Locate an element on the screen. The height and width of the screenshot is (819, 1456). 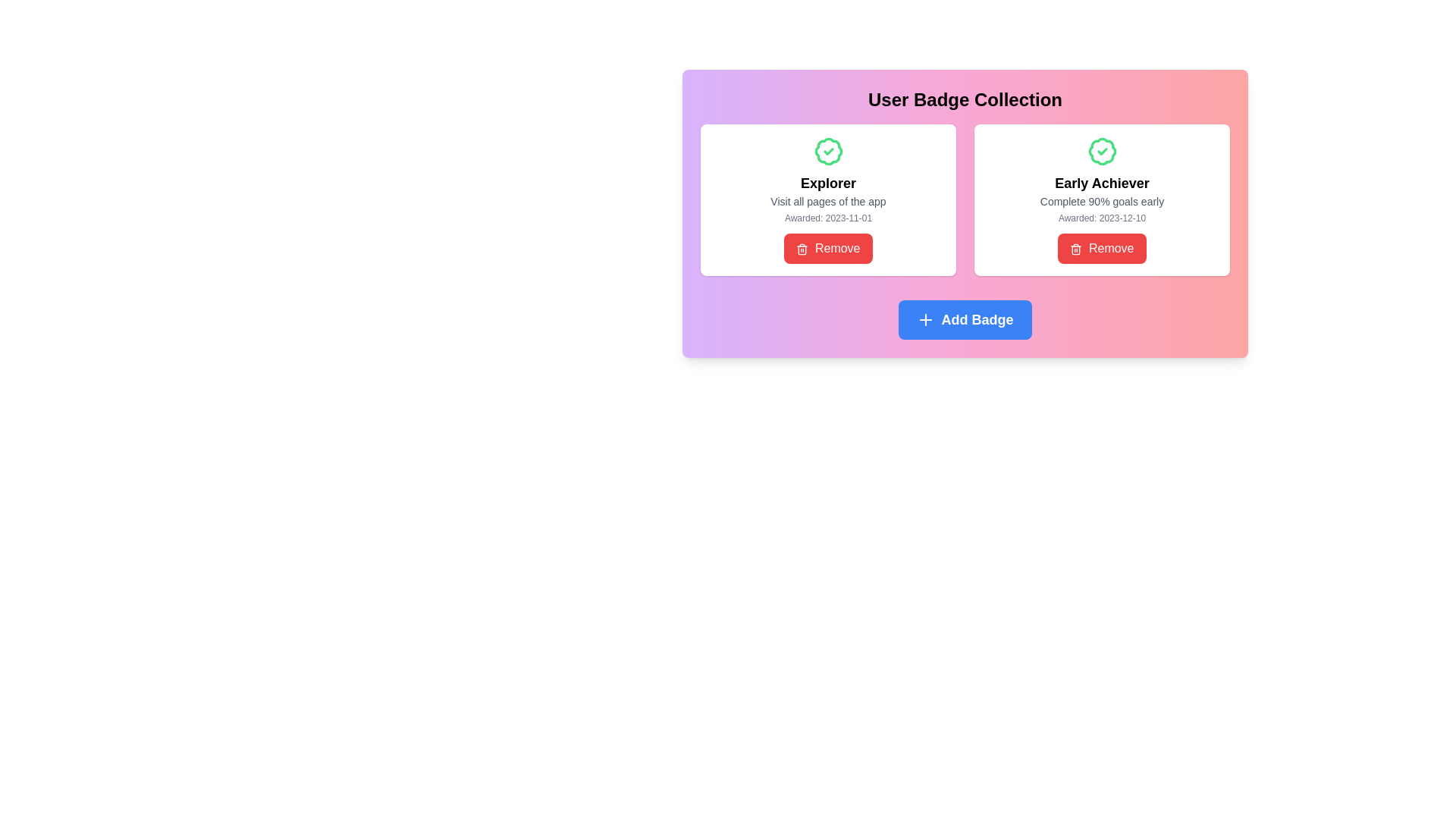
the text label that provides a brief description or subtitle related to the Explorer badge, located within the 'Explorer' card in the top-left section of the user badge collection layout is located at coordinates (827, 201).